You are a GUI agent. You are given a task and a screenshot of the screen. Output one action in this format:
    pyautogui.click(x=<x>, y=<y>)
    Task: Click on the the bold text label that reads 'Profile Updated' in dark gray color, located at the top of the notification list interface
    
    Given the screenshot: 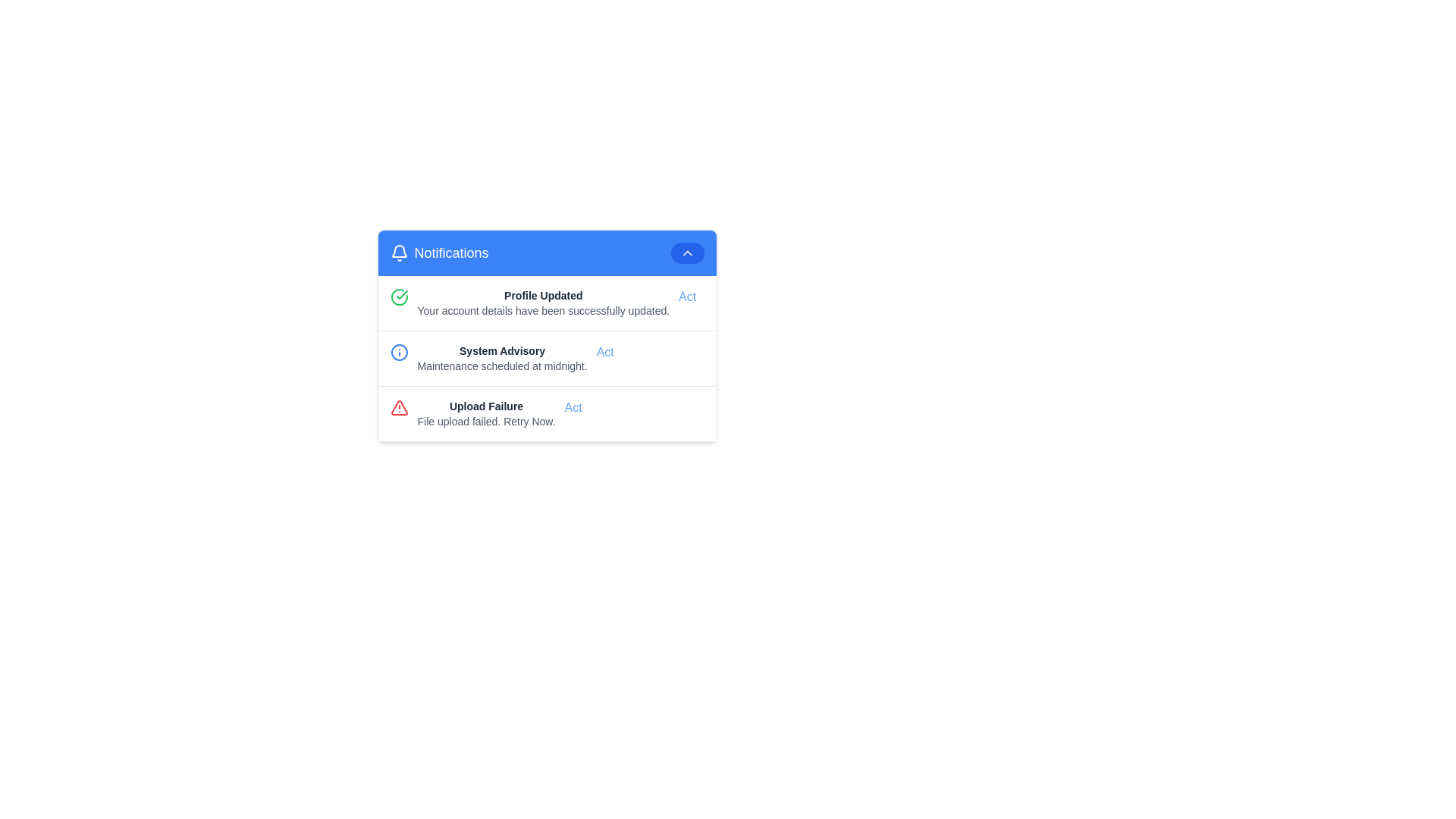 What is the action you would take?
    pyautogui.click(x=543, y=295)
    